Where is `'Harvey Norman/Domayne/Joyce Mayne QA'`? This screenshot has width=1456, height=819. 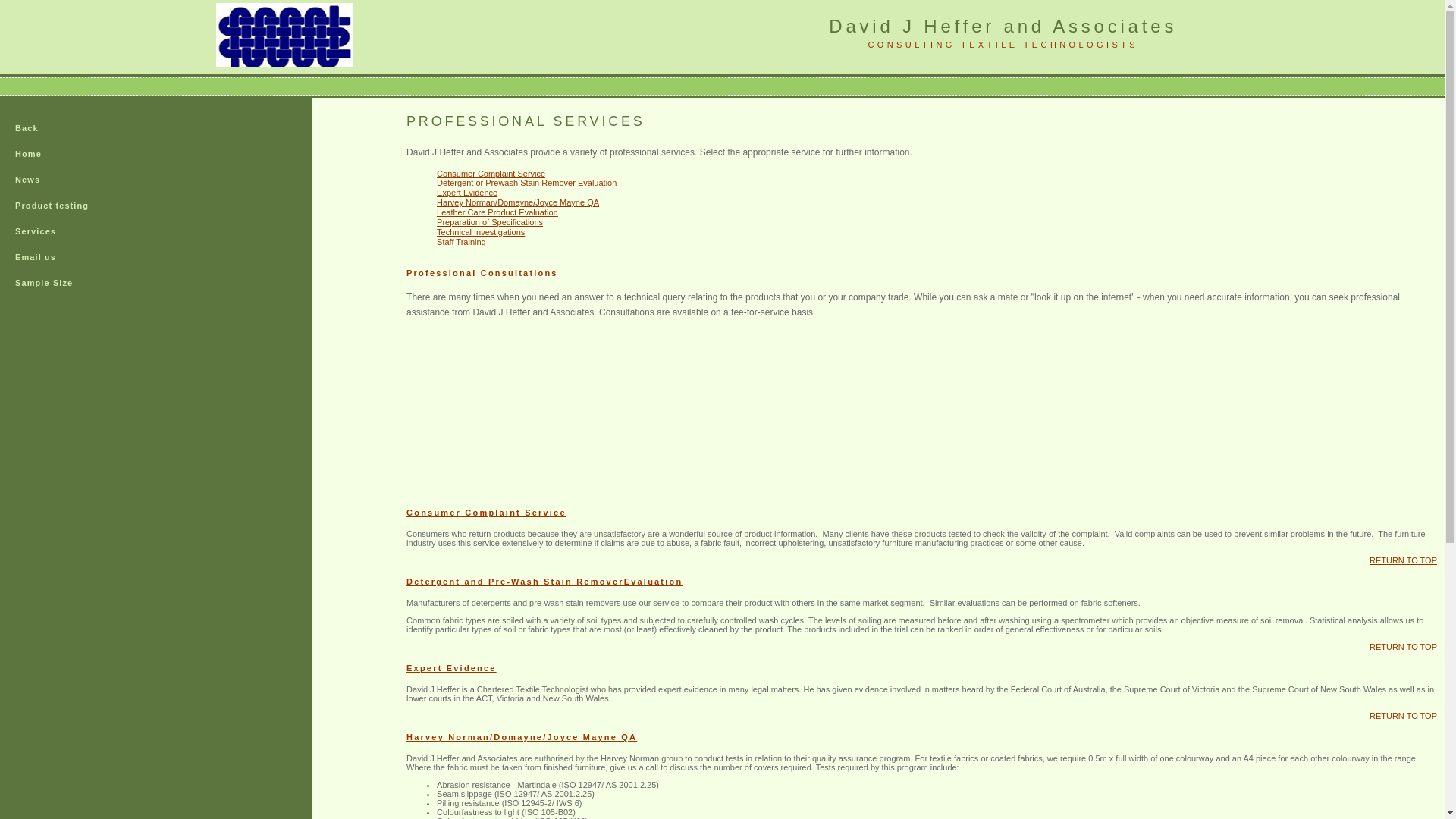 'Harvey Norman/Domayne/Joyce Mayne QA' is located at coordinates (436, 201).